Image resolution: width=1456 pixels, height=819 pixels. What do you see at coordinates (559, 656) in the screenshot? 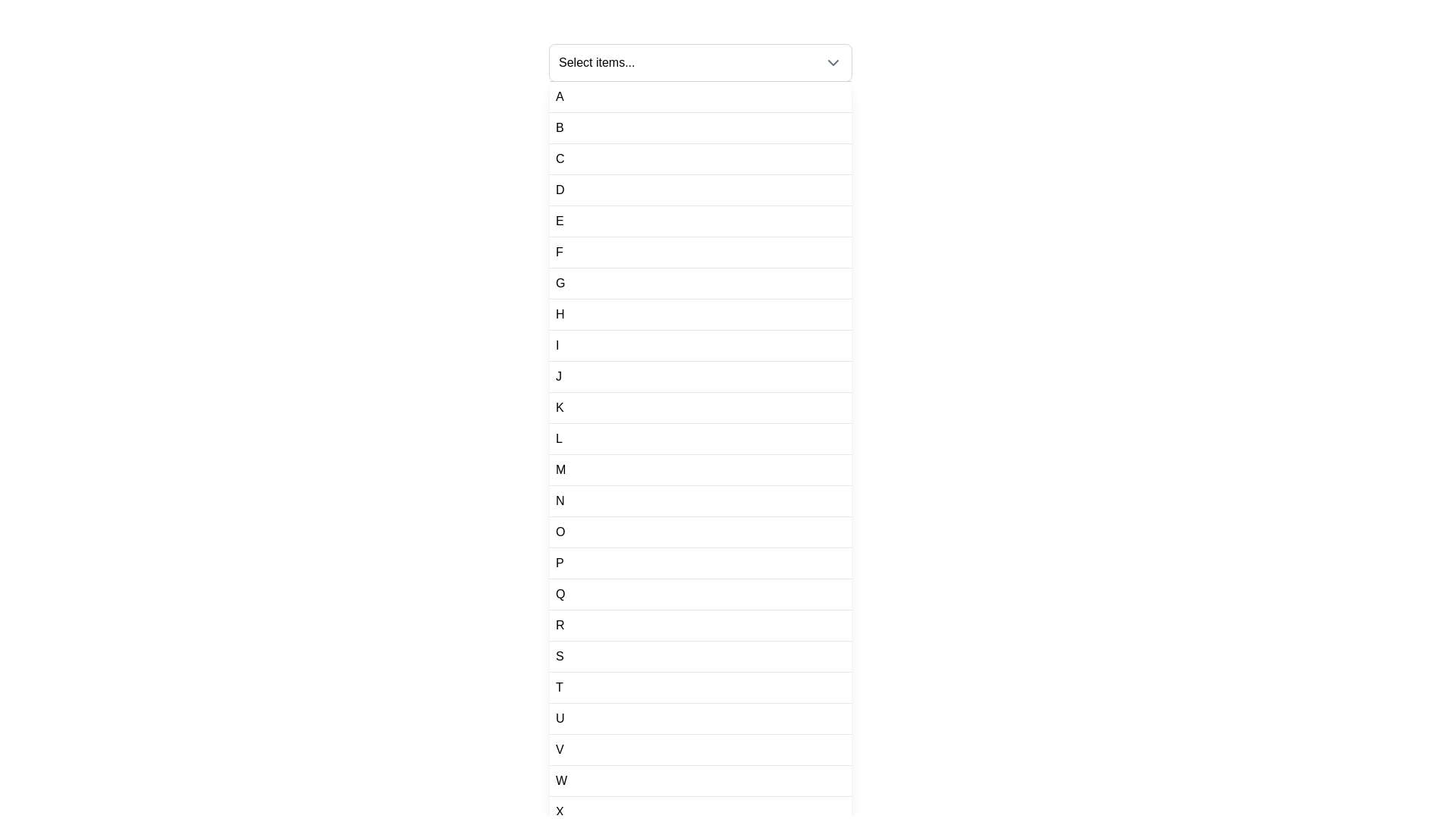
I see `the selectable item displaying the letter 'S' in the dropdown list` at bounding box center [559, 656].